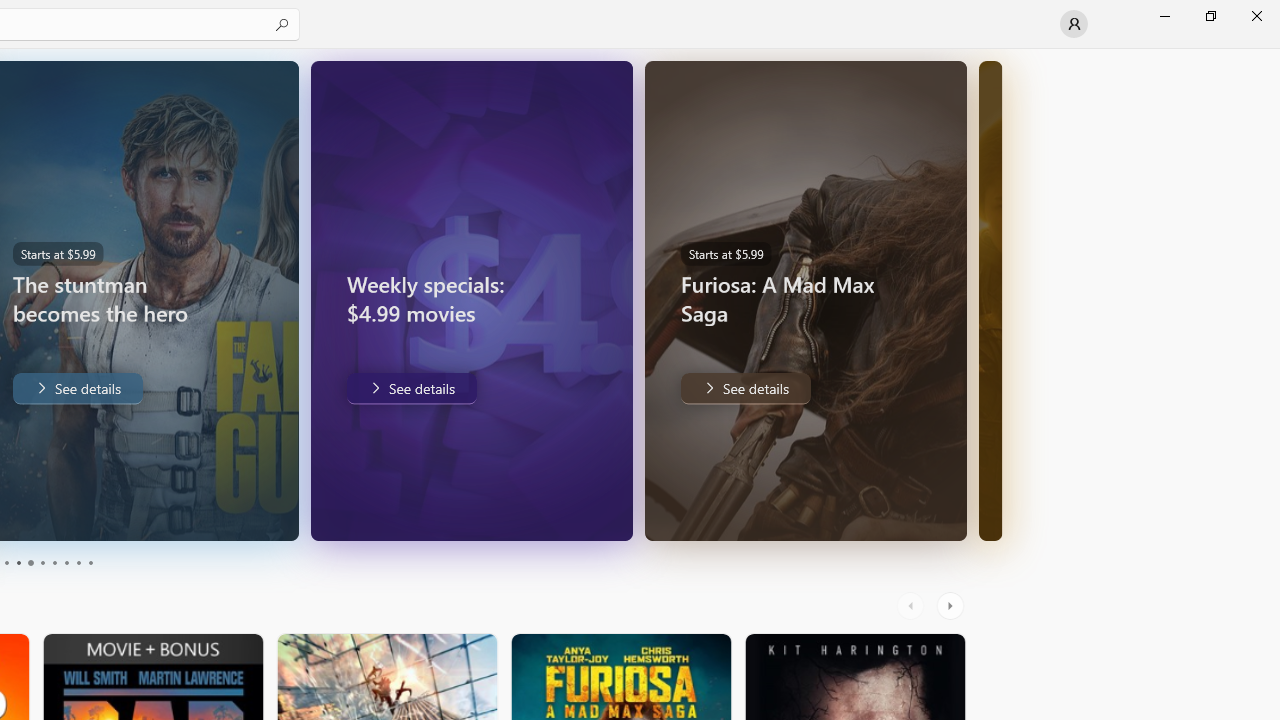 Image resolution: width=1280 pixels, height=720 pixels. I want to click on 'Page 10', so click(89, 563).